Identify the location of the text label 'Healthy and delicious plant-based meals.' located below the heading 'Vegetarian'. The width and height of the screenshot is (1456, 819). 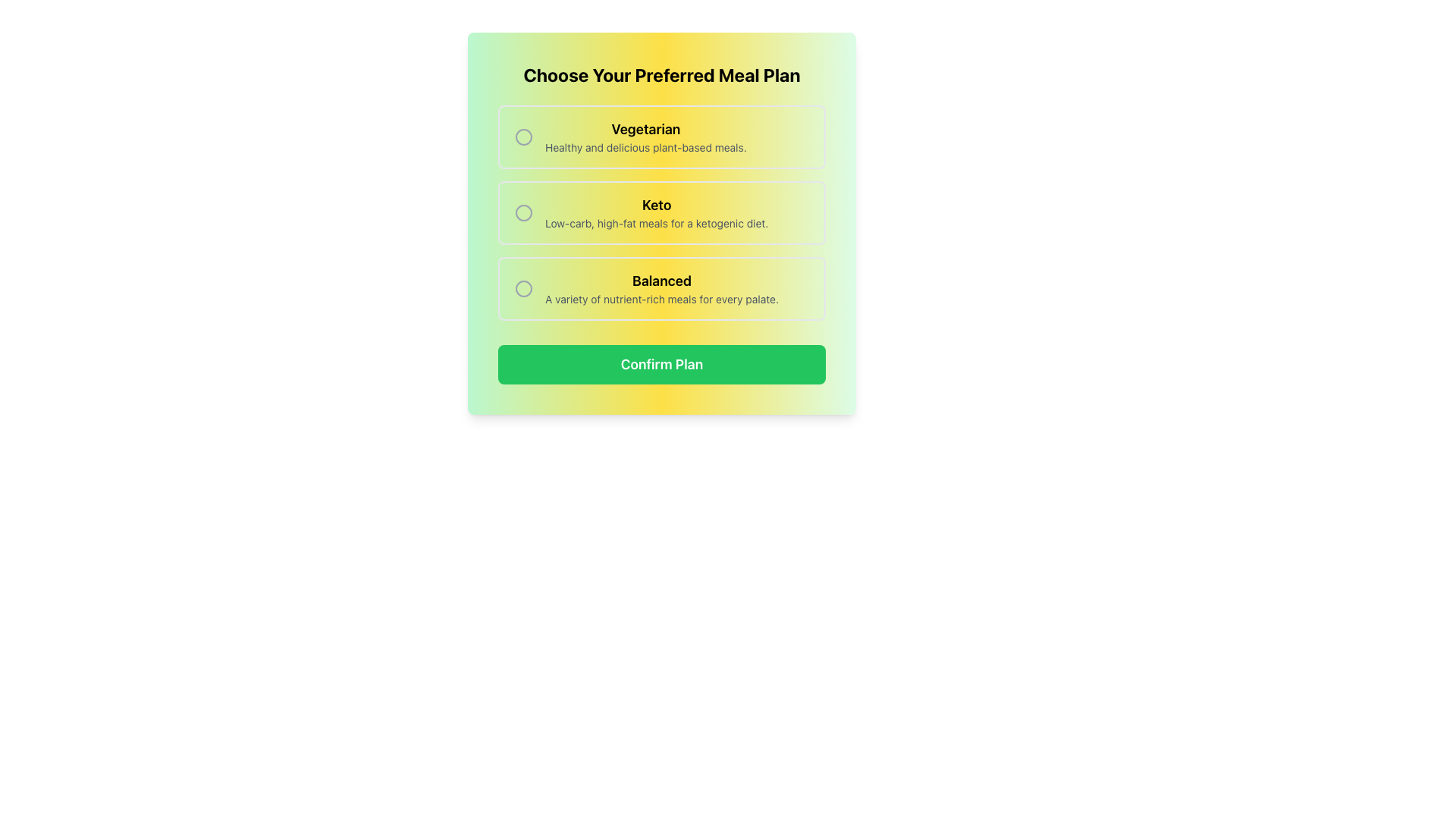
(645, 148).